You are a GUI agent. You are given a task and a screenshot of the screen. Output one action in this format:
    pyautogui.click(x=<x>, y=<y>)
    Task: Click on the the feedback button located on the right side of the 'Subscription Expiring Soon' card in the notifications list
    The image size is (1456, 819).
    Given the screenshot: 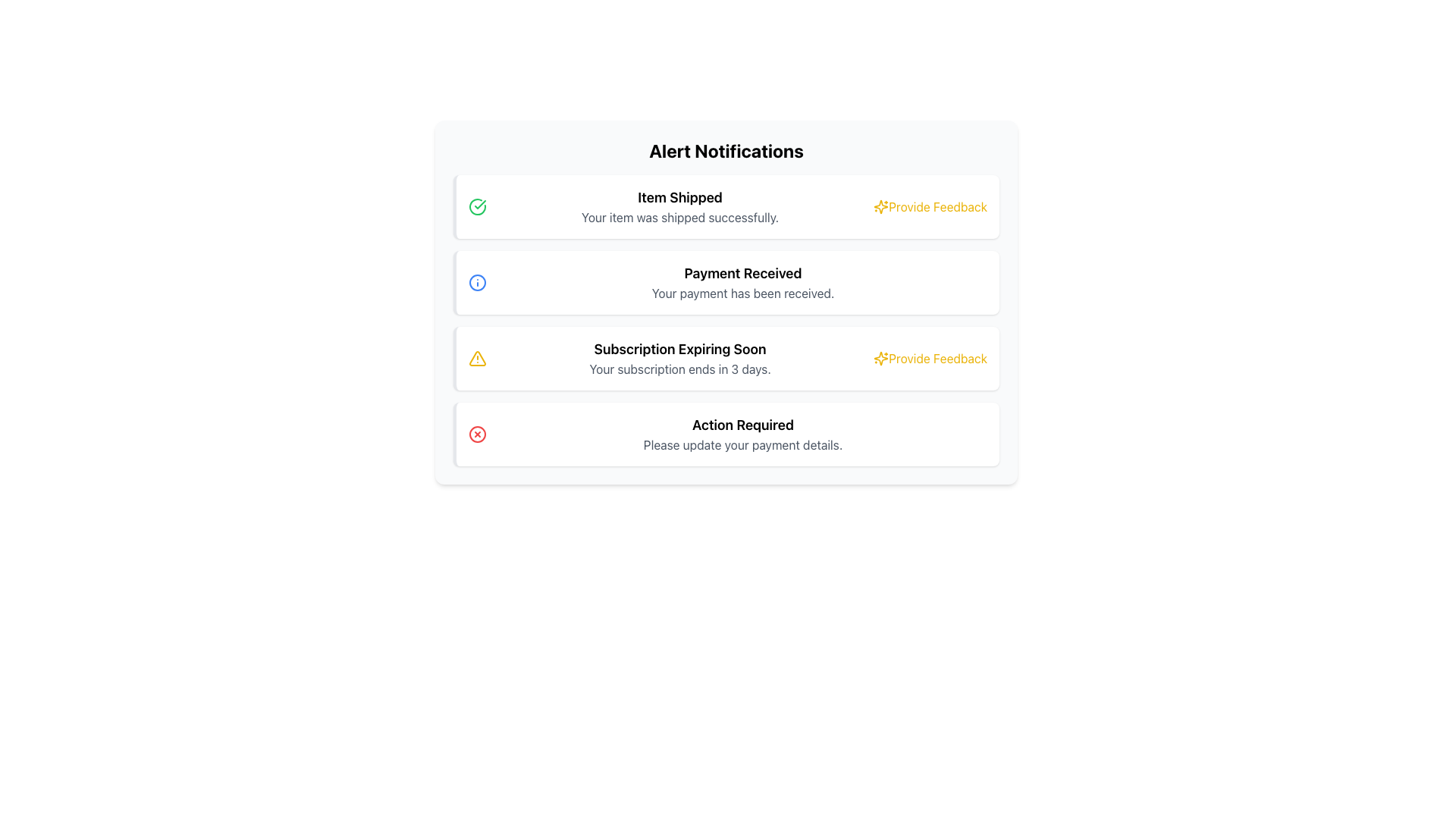 What is the action you would take?
    pyautogui.click(x=930, y=359)
    